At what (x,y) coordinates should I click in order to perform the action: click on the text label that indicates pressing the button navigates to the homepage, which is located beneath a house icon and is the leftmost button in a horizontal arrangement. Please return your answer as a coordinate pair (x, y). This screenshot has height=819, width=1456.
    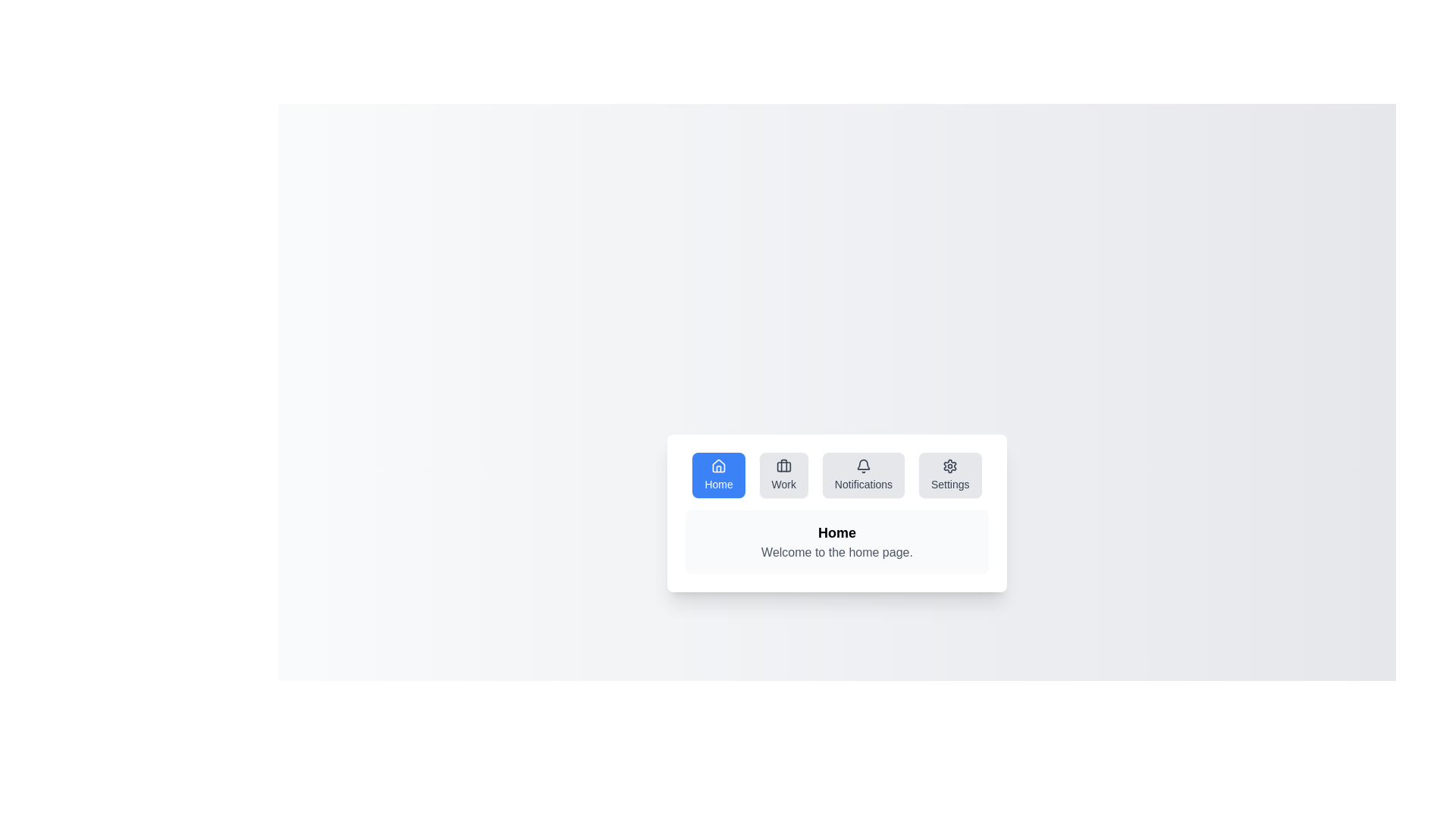
    Looking at the image, I should click on (718, 485).